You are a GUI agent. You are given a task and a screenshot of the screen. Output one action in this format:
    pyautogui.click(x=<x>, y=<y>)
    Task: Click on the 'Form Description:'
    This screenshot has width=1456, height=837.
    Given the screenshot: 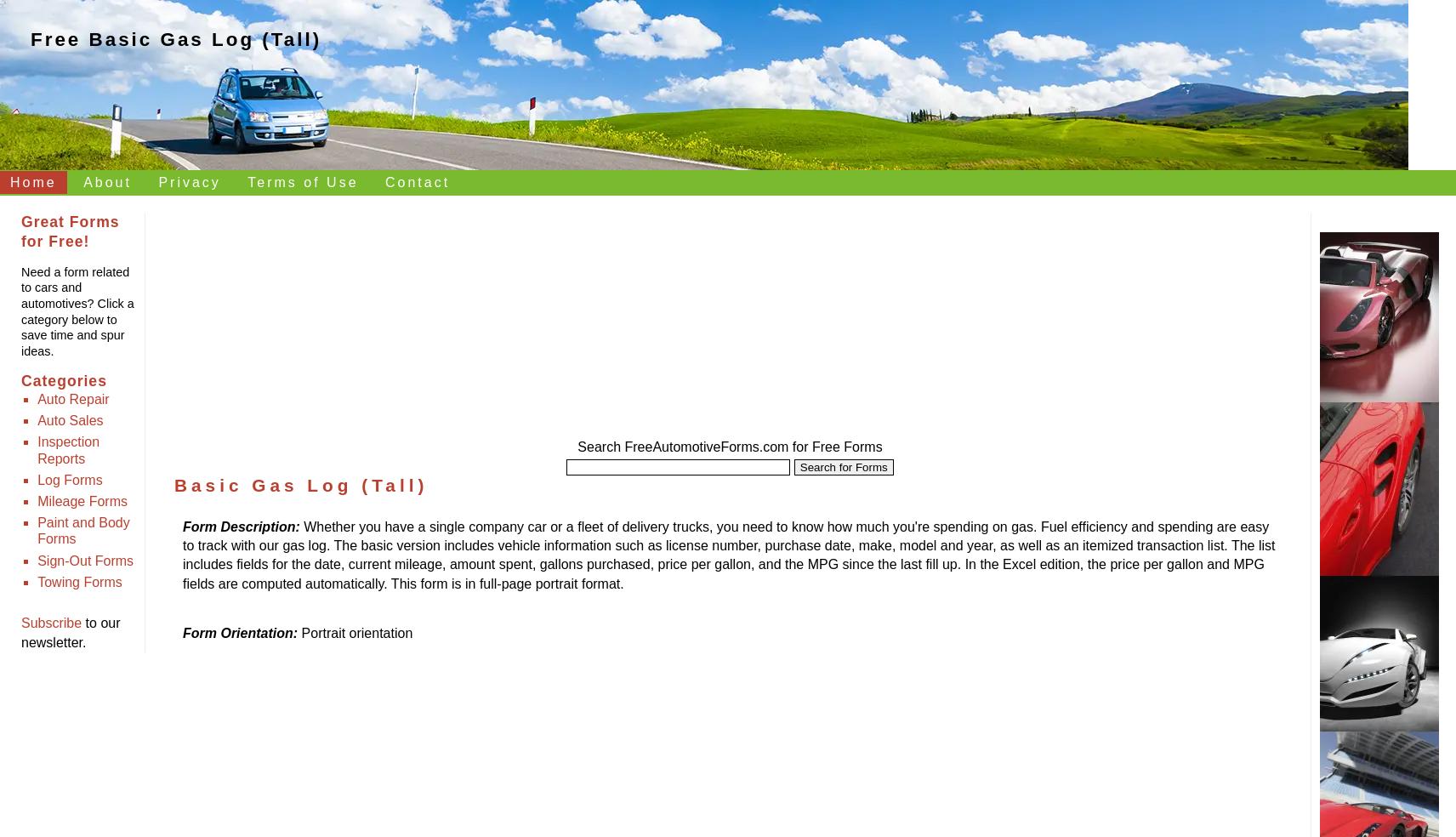 What is the action you would take?
    pyautogui.click(x=241, y=526)
    